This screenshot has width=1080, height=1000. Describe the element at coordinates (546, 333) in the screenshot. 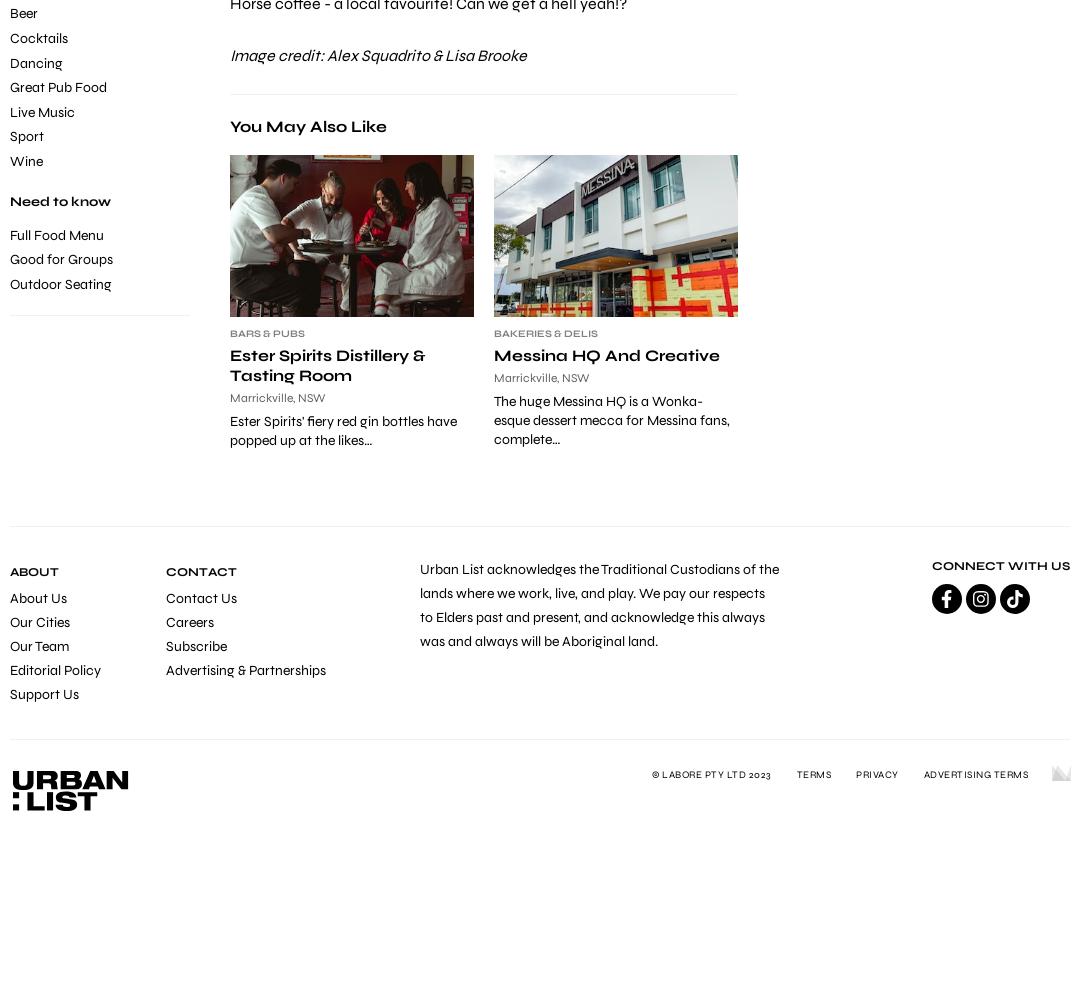

I see `'Bakeries & Delis'` at that location.